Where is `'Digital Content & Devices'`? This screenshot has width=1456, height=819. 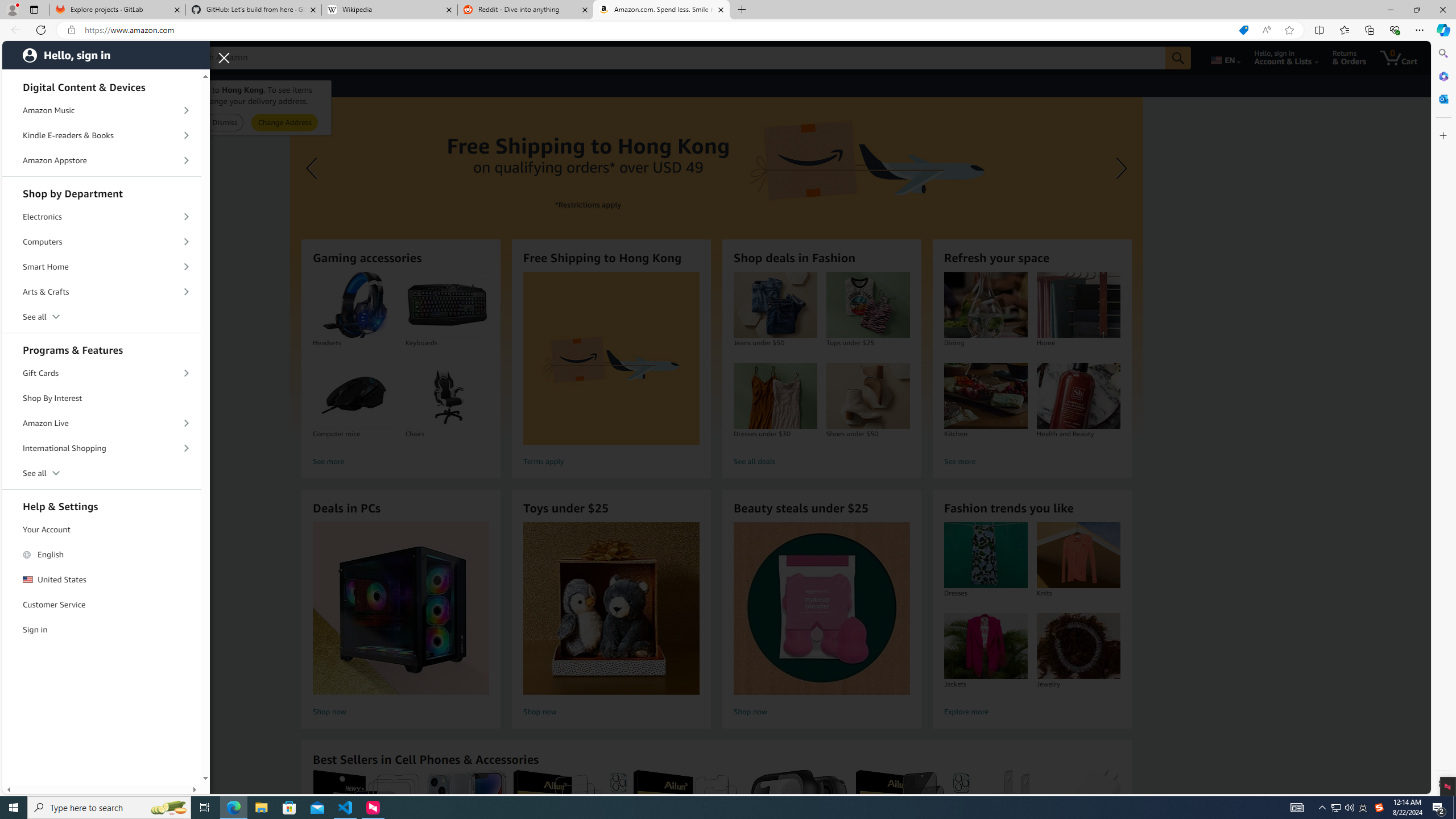 'Digital Content & Devices' is located at coordinates (102, 85).